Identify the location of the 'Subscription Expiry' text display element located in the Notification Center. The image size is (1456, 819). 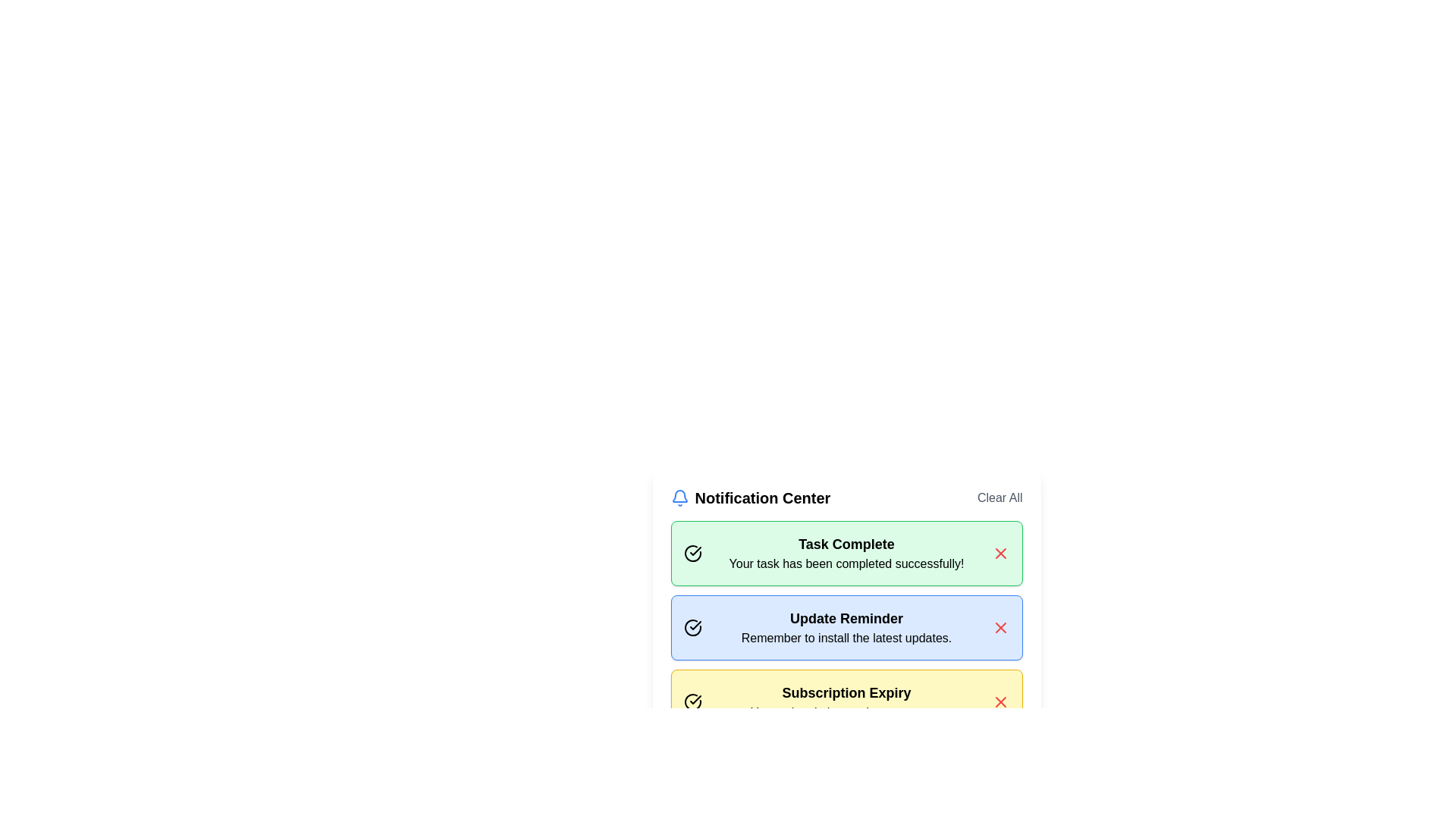
(846, 693).